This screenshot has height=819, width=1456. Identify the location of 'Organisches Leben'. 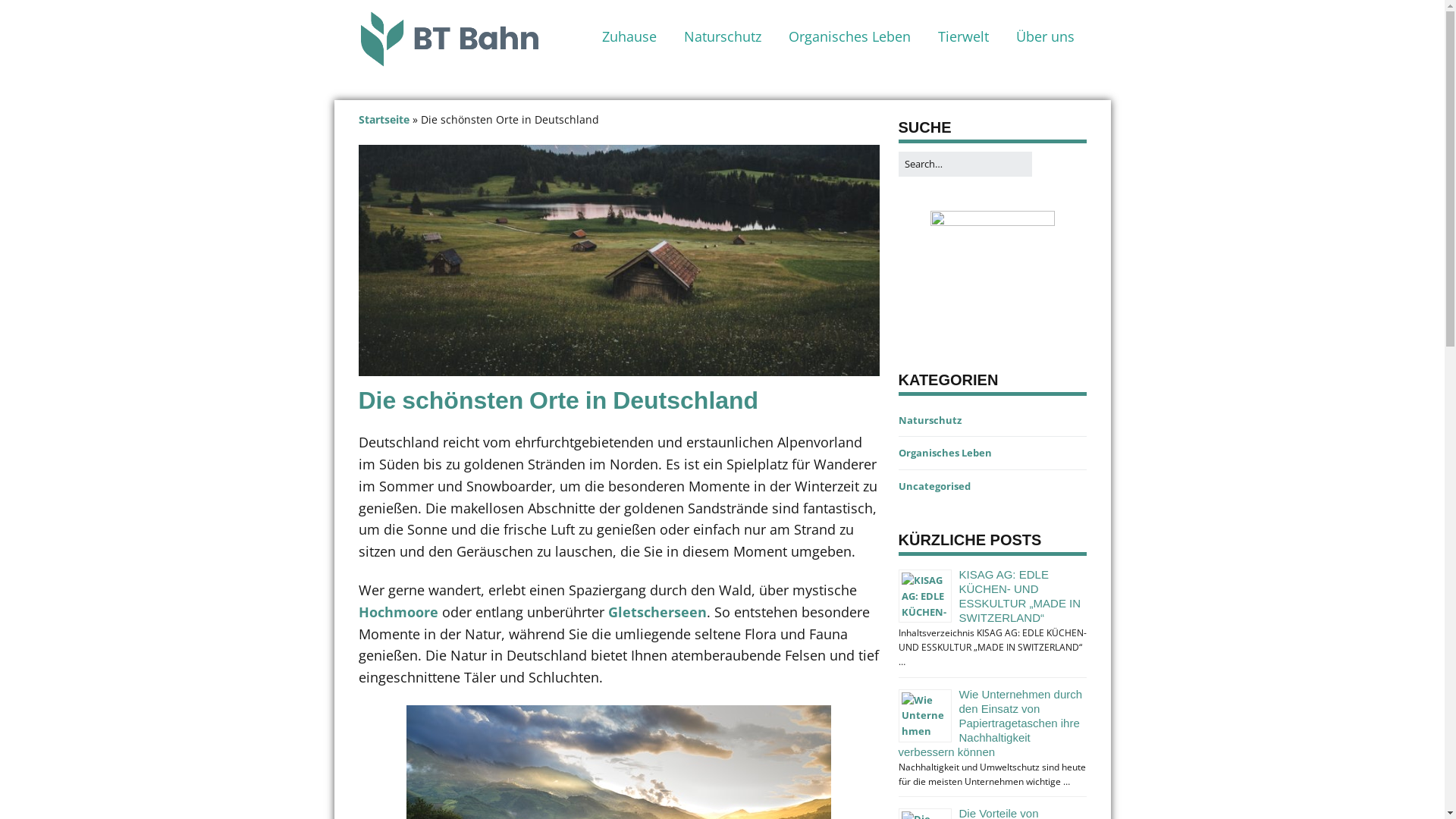
(943, 452).